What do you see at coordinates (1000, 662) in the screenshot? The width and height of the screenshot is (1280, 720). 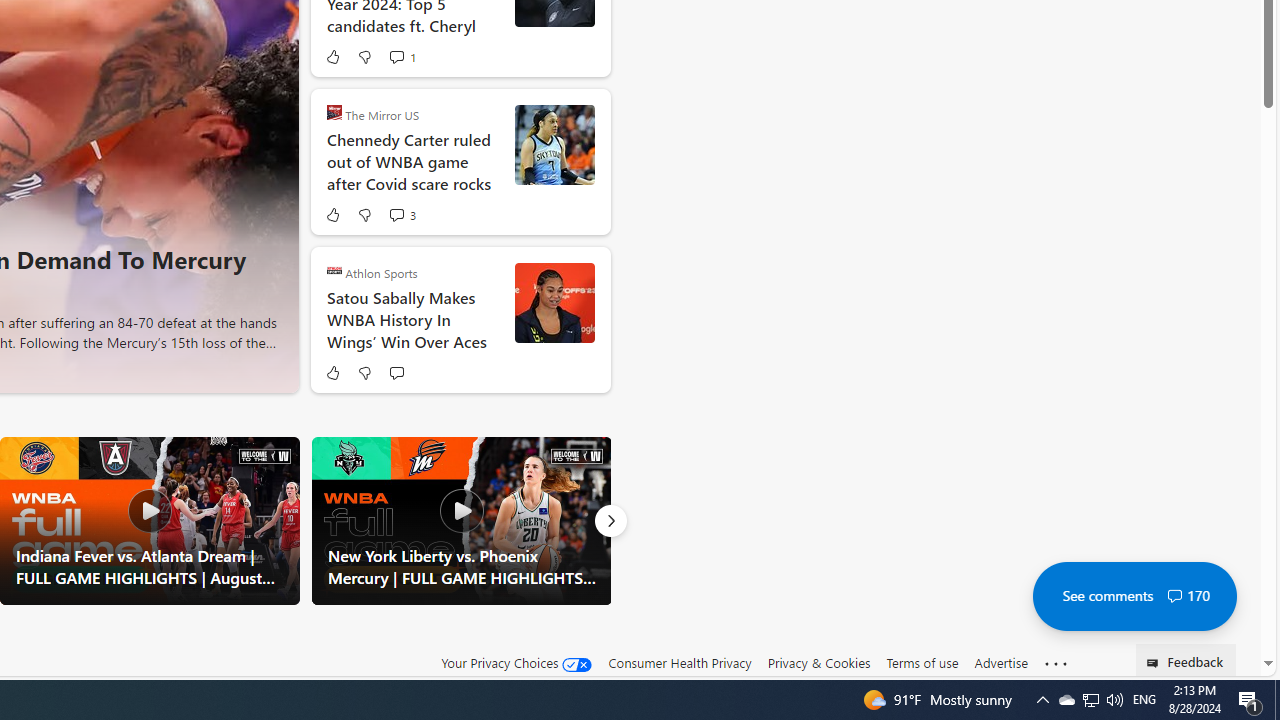 I see `'Advertise'` at bounding box center [1000, 662].